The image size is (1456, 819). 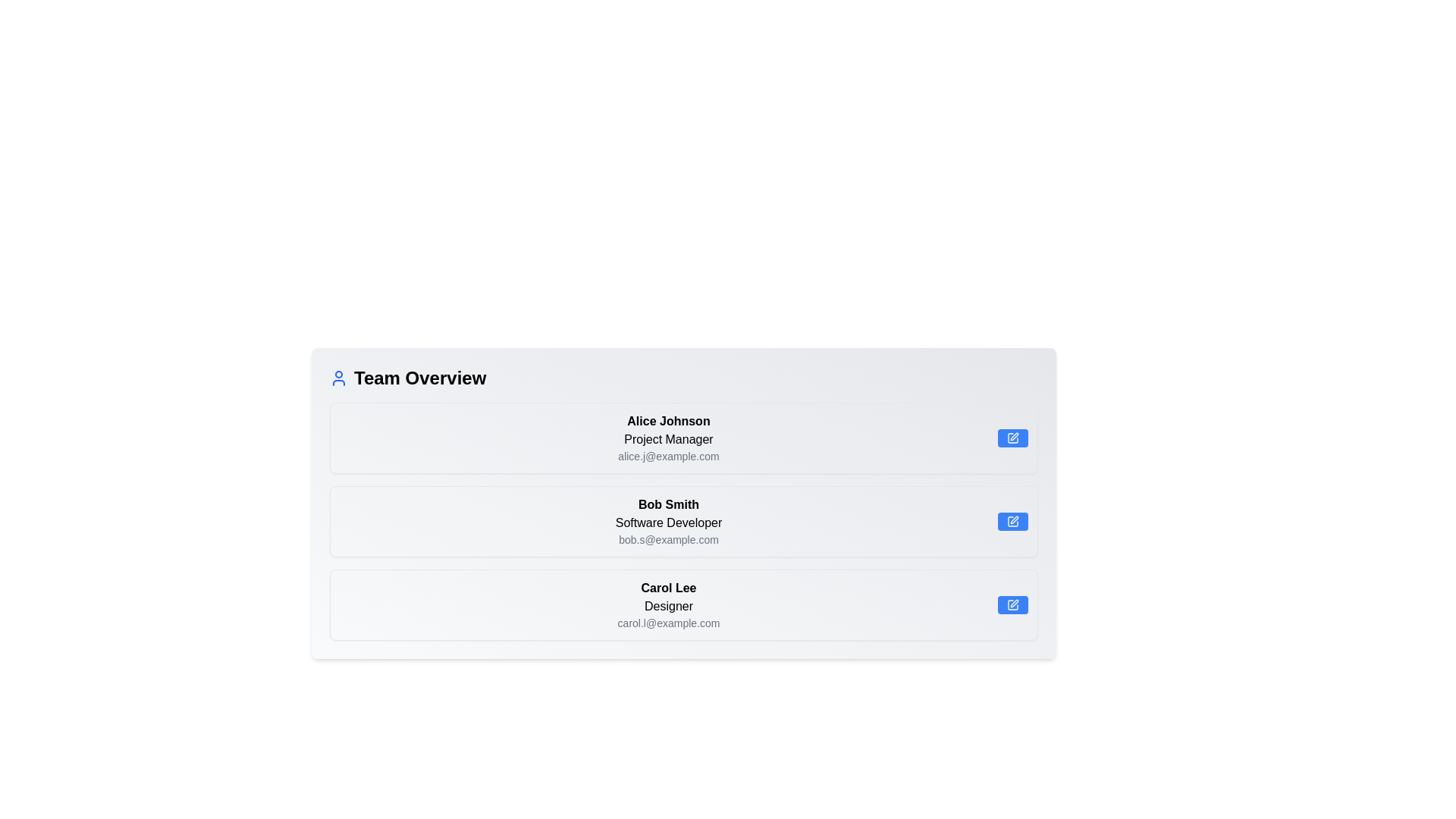 What do you see at coordinates (337, 377) in the screenshot?
I see `the blue user outline icon located to the left of the 'Team Overview' title in the header section` at bounding box center [337, 377].